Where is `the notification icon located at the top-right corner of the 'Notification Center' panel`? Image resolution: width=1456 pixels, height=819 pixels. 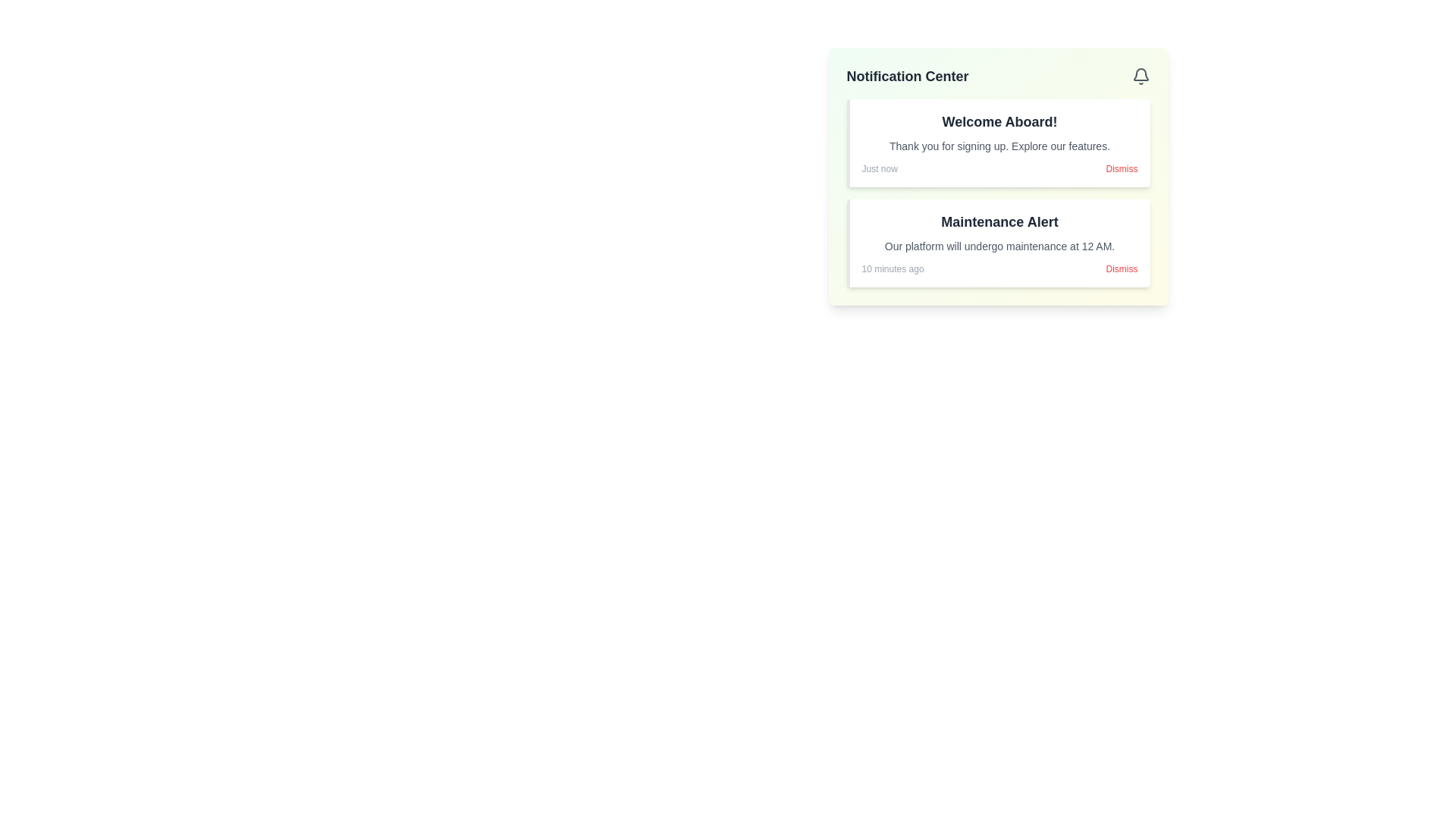 the notification icon located at the top-right corner of the 'Notification Center' panel is located at coordinates (1141, 76).